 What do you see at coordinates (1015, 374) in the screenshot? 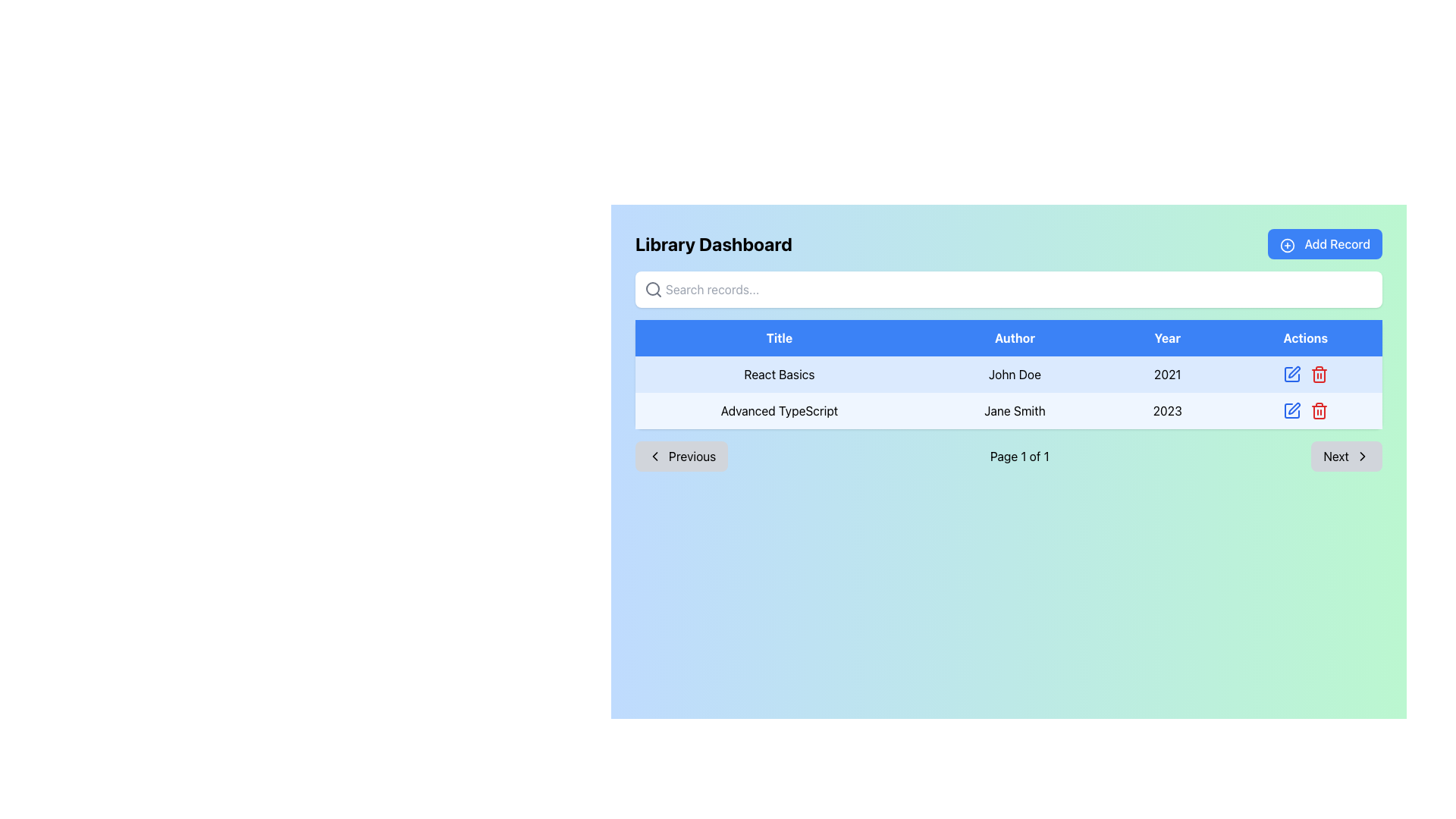
I see `the author name text element located in the second column of the row titled 'React Basics'` at bounding box center [1015, 374].